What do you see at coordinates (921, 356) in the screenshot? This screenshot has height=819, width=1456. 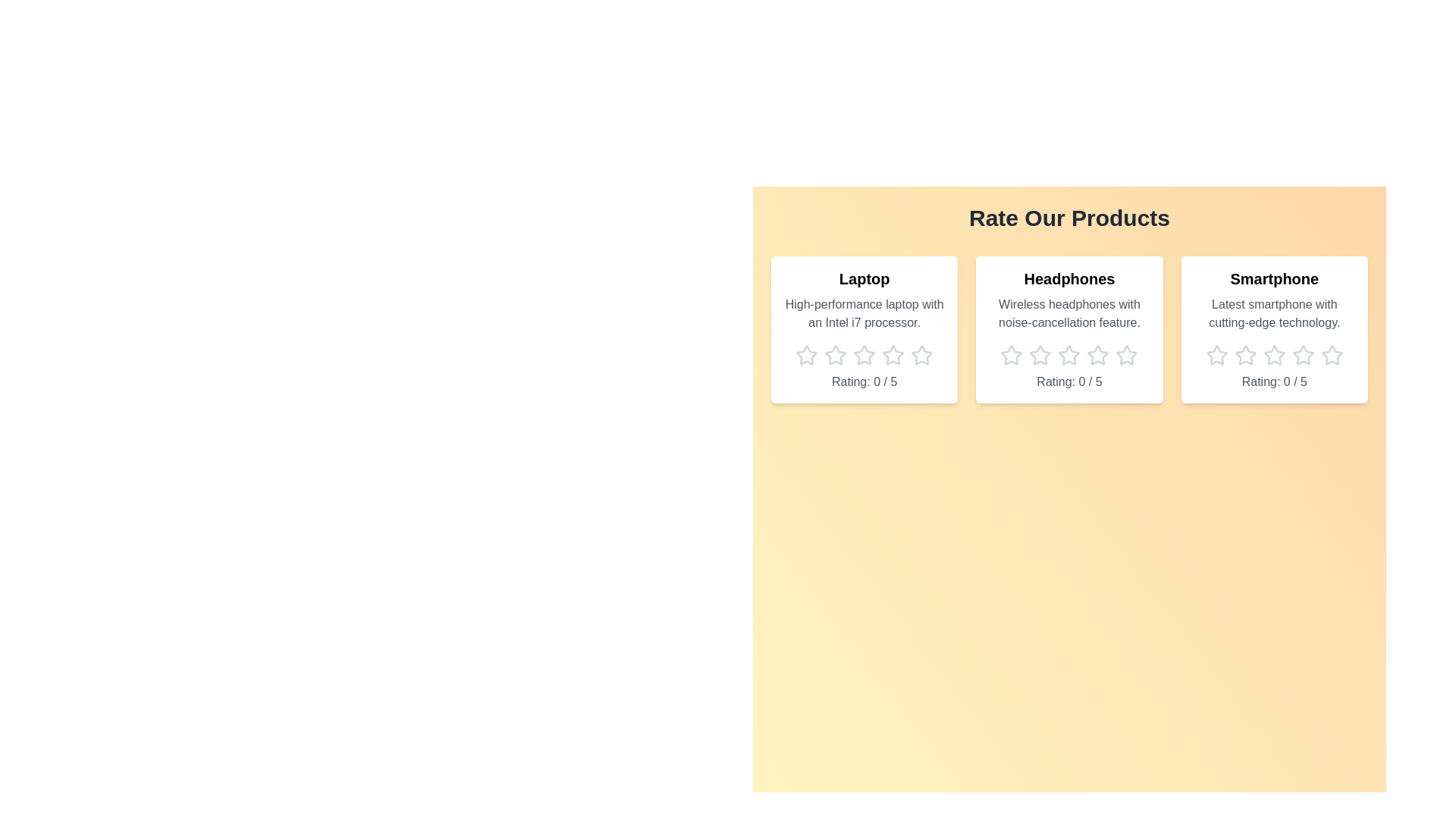 I see `the star icon corresponding to 5 stars for the product Laptop` at bounding box center [921, 356].